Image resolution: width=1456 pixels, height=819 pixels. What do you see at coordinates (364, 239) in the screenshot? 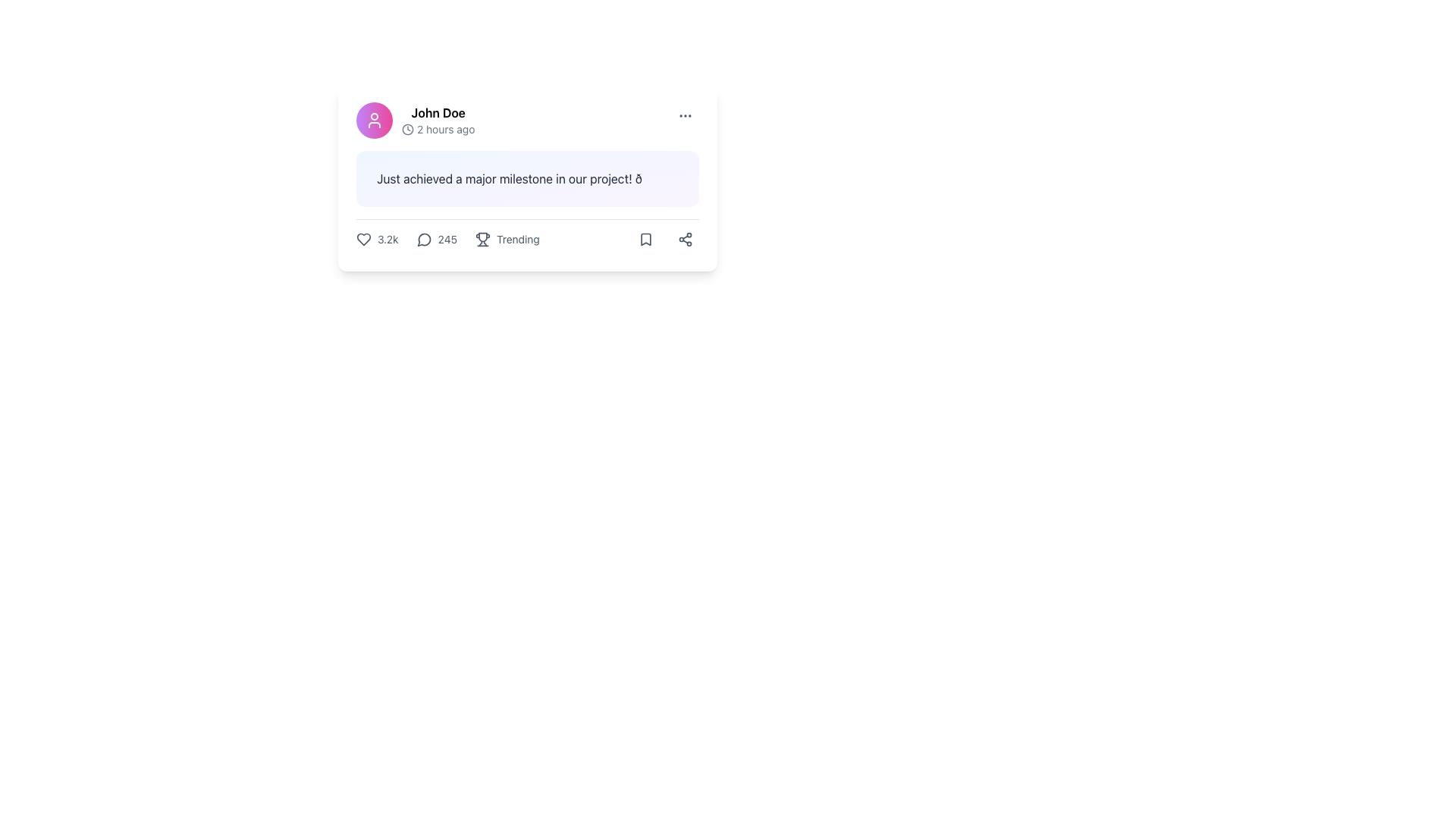
I see `the heart icon located at the leftmost position of the interactive toolbar under the post content` at bounding box center [364, 239].